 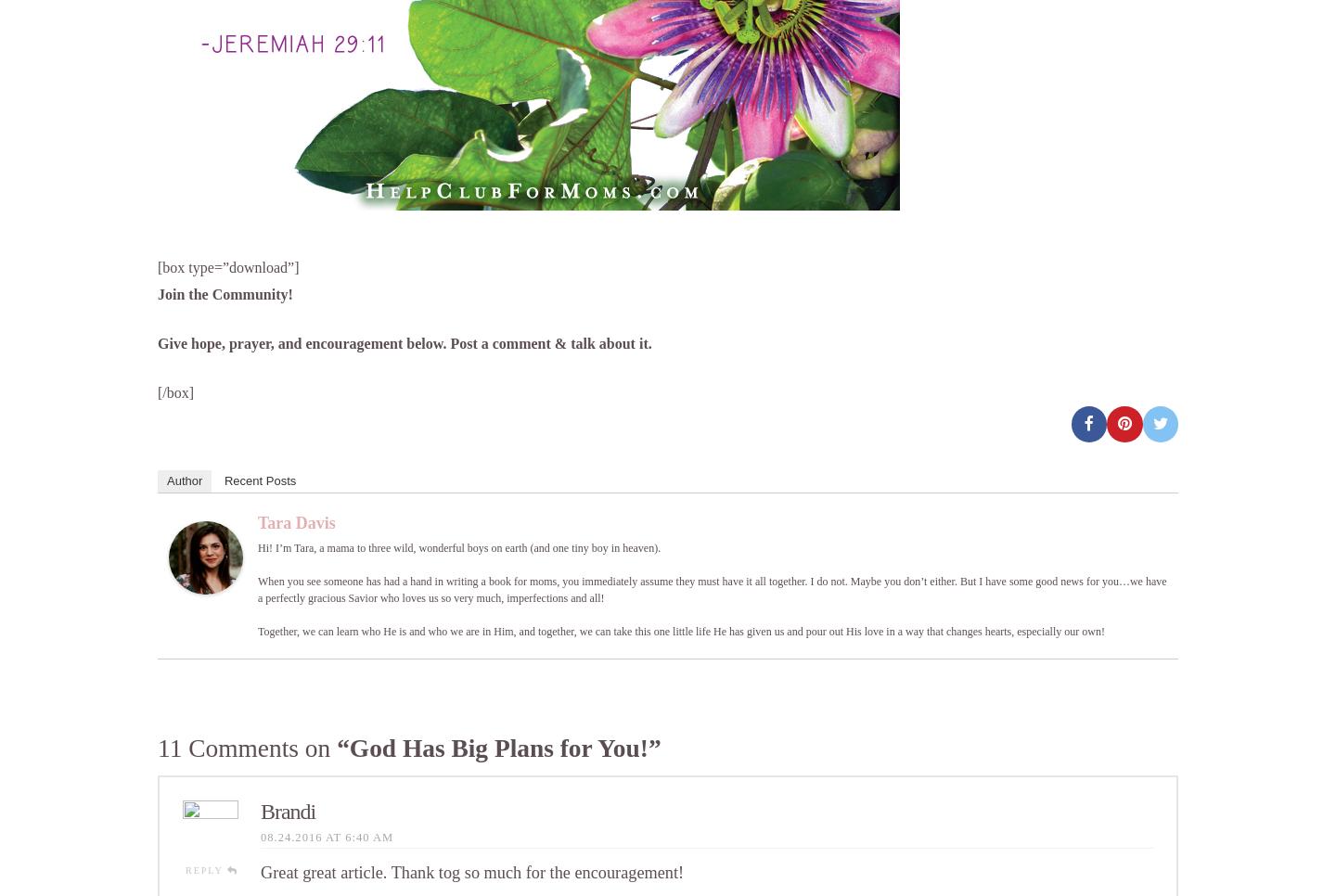 I want to click on 'Brandi', so click(x=259, y=811).